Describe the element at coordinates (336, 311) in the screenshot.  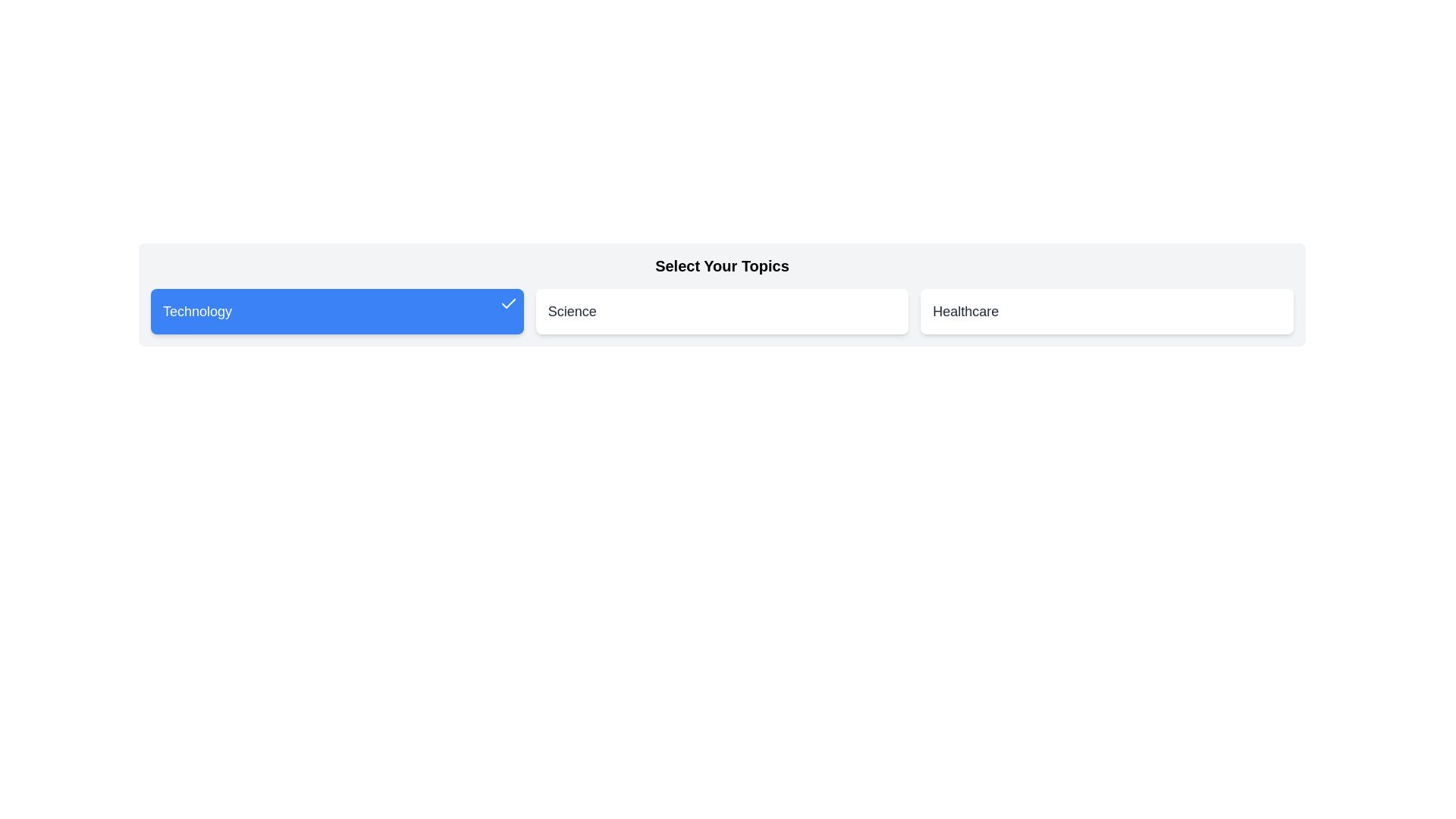
I see `the card labeled Technology to toggle its active state` at that location.